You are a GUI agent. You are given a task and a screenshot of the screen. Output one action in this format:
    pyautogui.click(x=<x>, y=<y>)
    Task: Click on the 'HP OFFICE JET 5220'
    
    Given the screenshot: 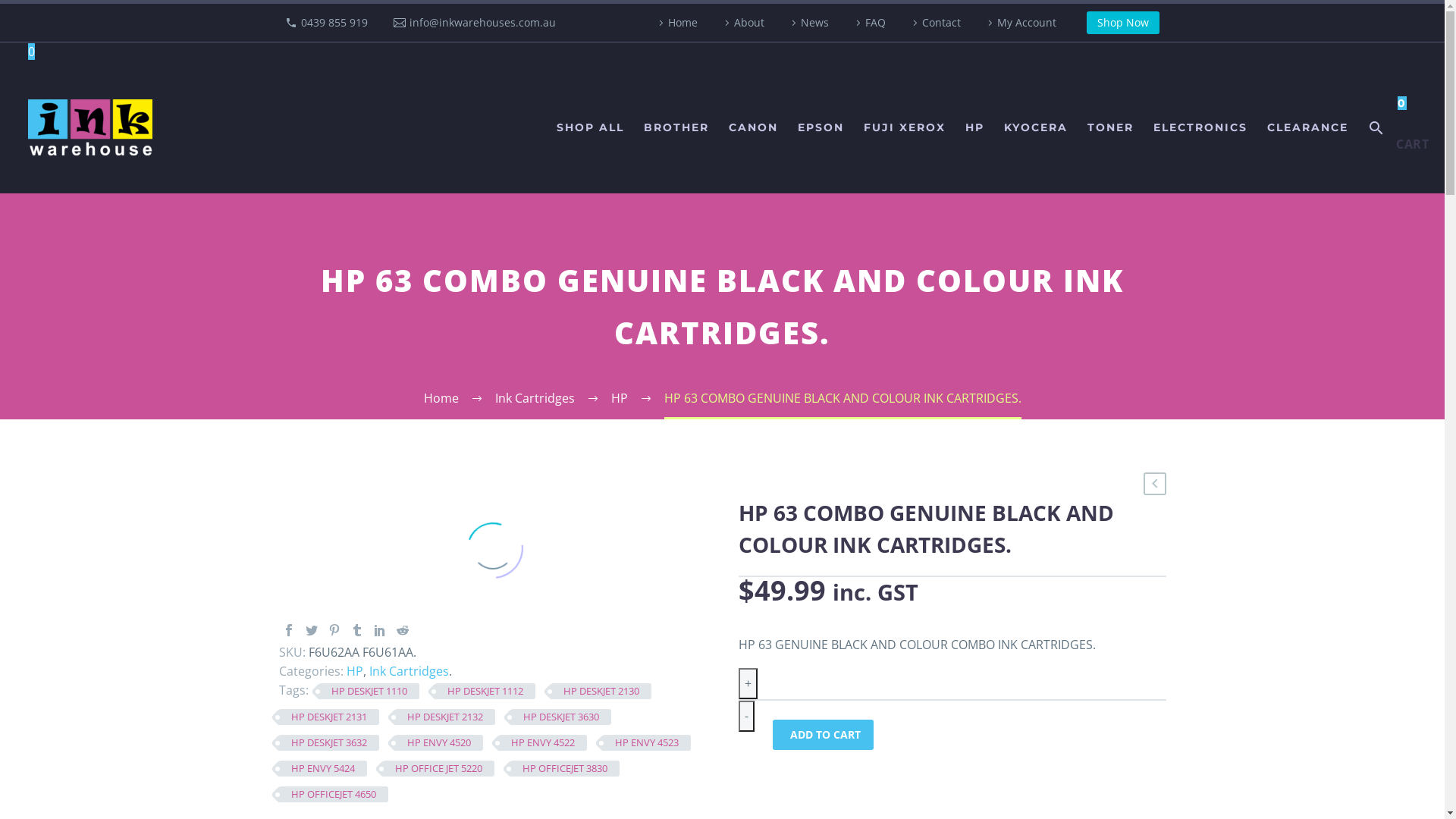 What is the action you would take?
    pyautogui.click(x=437, y=768)
    